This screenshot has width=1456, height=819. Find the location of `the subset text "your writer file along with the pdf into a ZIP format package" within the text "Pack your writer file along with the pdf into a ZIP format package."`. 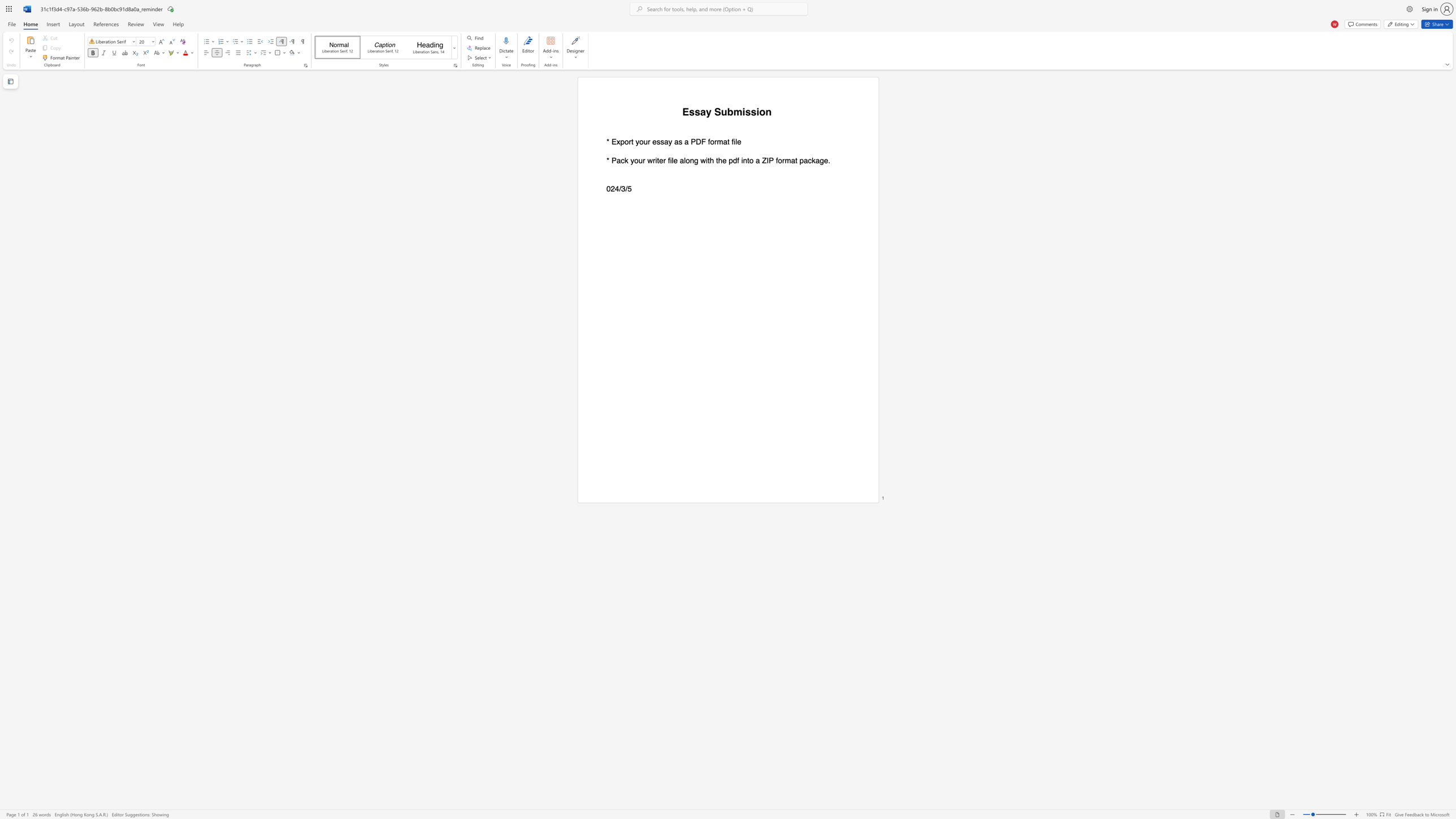

the subset text "your writer file along with the pdf into a ZIP format package" within the text "Pack your writer file along with the pdf into a ZIP format package." is located at coordinates (630, 160).